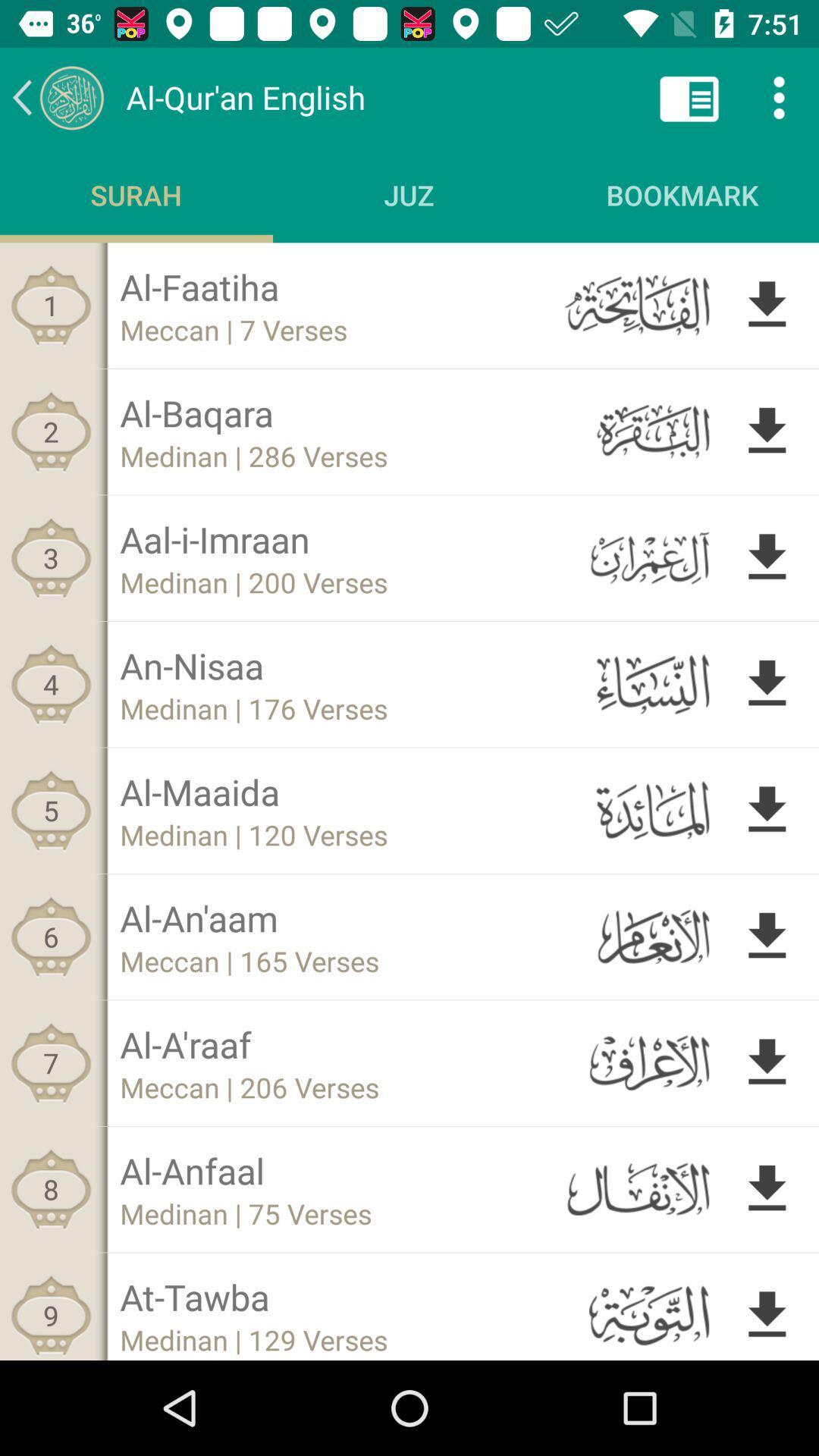 The height and width of the screenshot is (1456, 819). Describe the element at coordinates (689, 96) in the screenshot. I see `option` at that location.